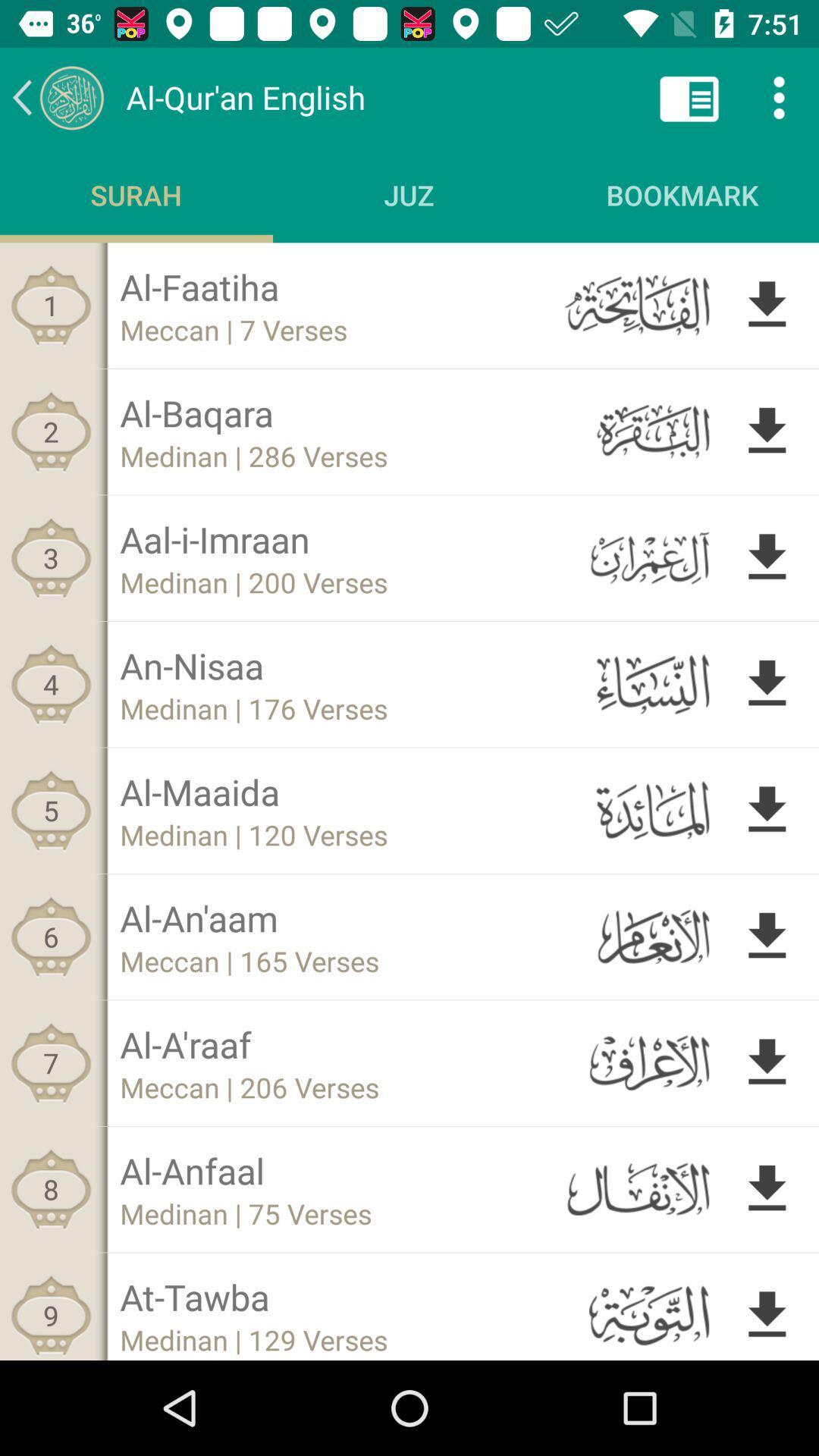 The height and width of the screenshot is (1456, 819). Describe the element at coordinates (689, 96) in the screenshot. I see `option` at that location.